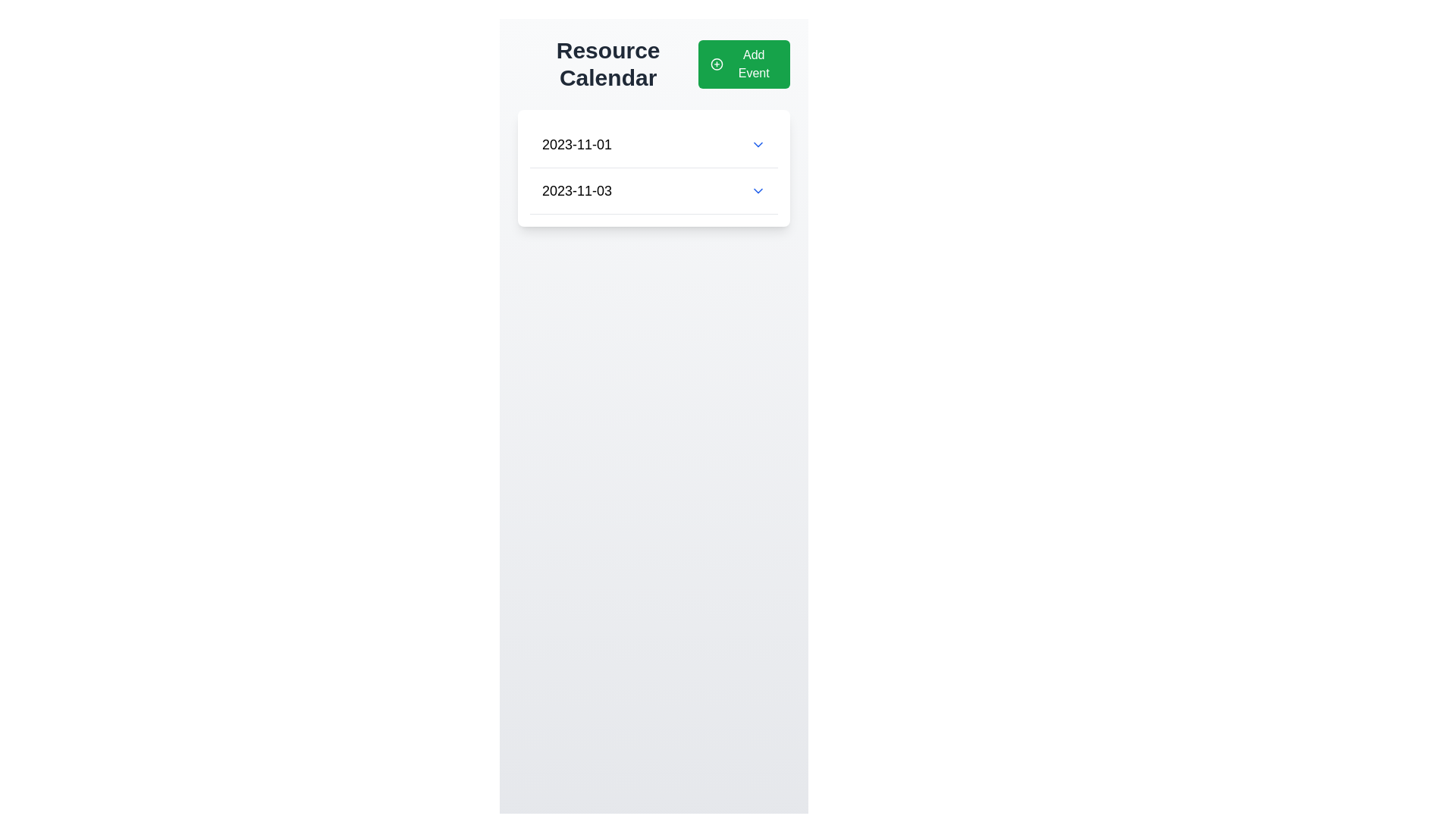 The height and width of the screenshot is (819, 1456). I want to click on the Dropdown menu displaying the date '2023-11-01', so click(654, 145).